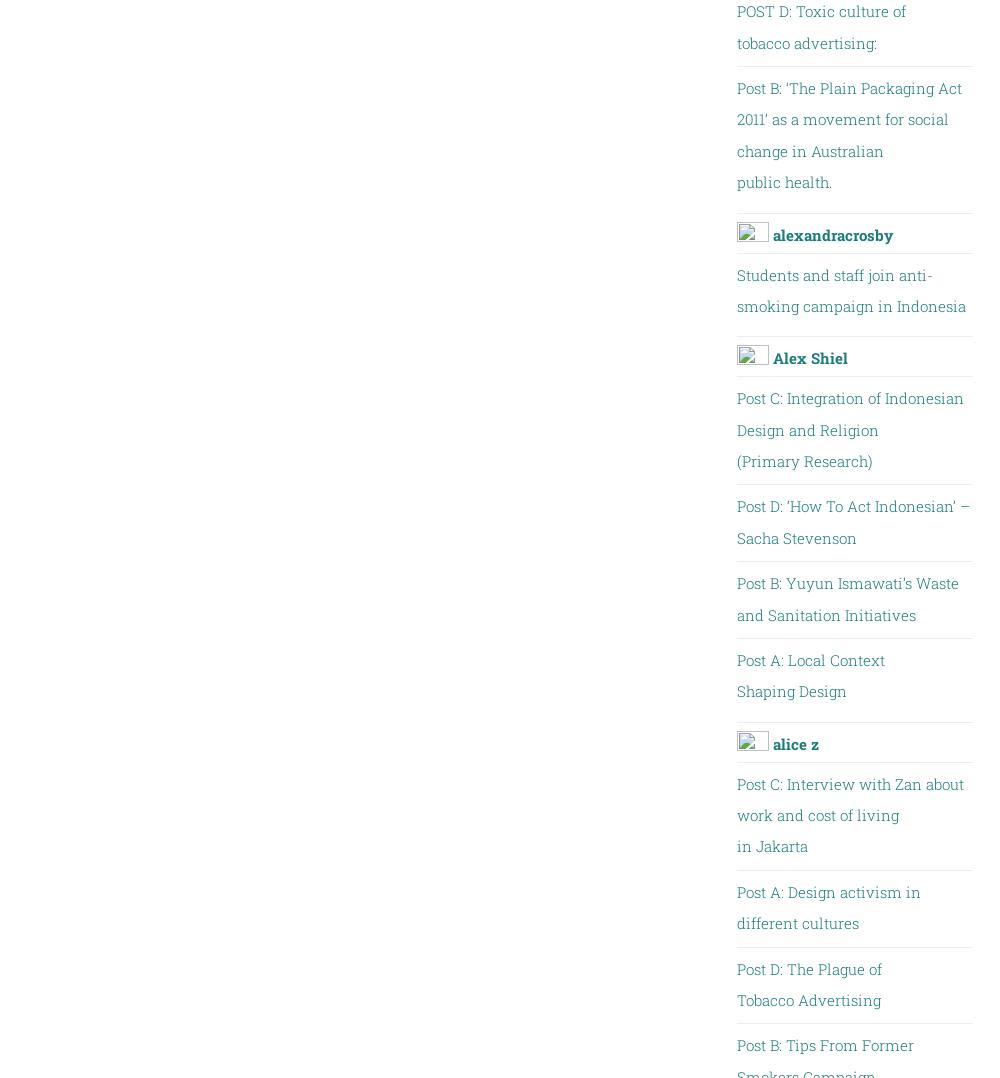  What do you see at coordinates (795, 742) in the screenshot?
I see `'alice z'` at bounding box center [795, 742].